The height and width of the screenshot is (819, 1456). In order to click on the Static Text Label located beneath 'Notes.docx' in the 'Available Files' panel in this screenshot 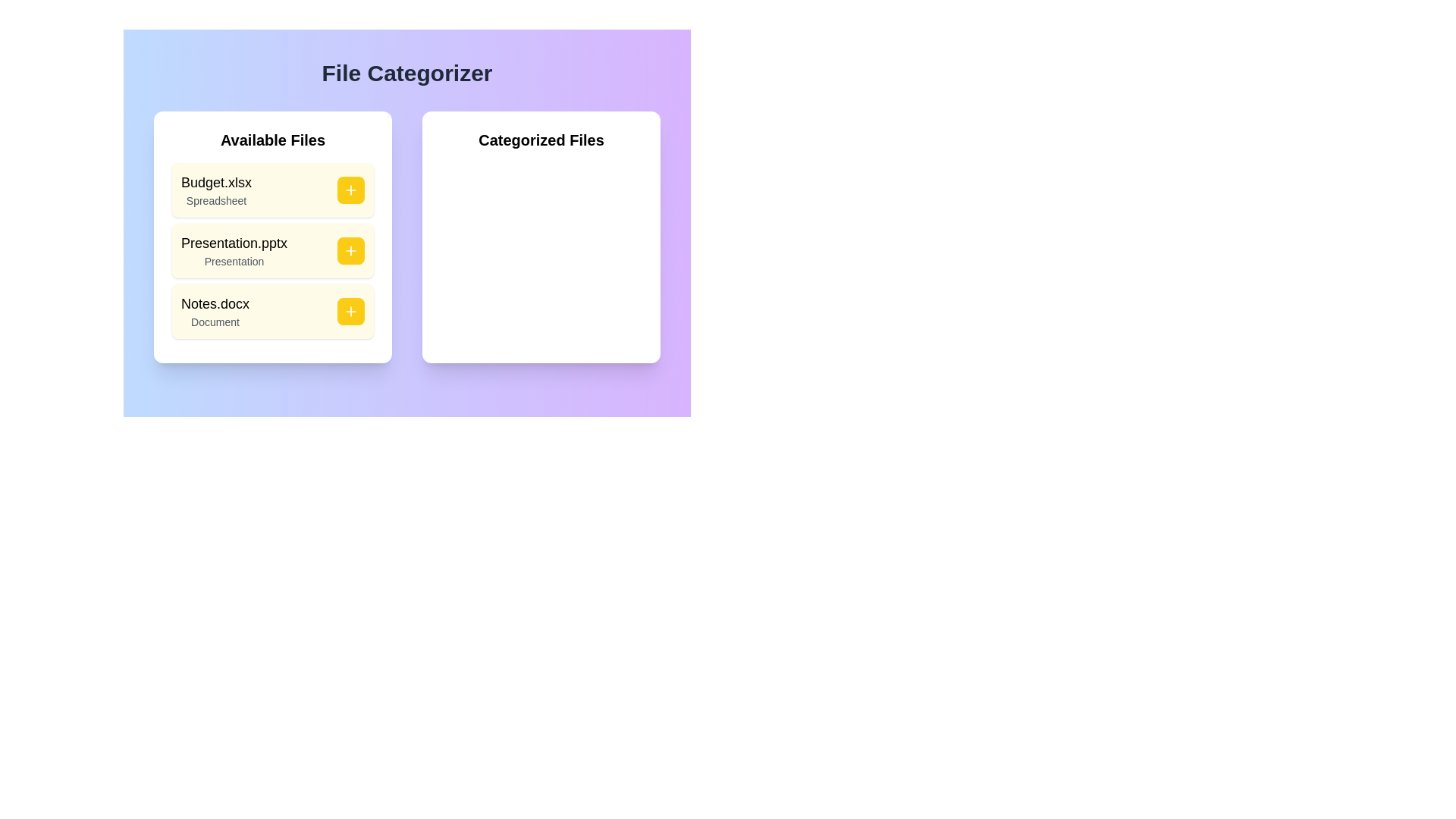, I will do `click(214, 321)`.